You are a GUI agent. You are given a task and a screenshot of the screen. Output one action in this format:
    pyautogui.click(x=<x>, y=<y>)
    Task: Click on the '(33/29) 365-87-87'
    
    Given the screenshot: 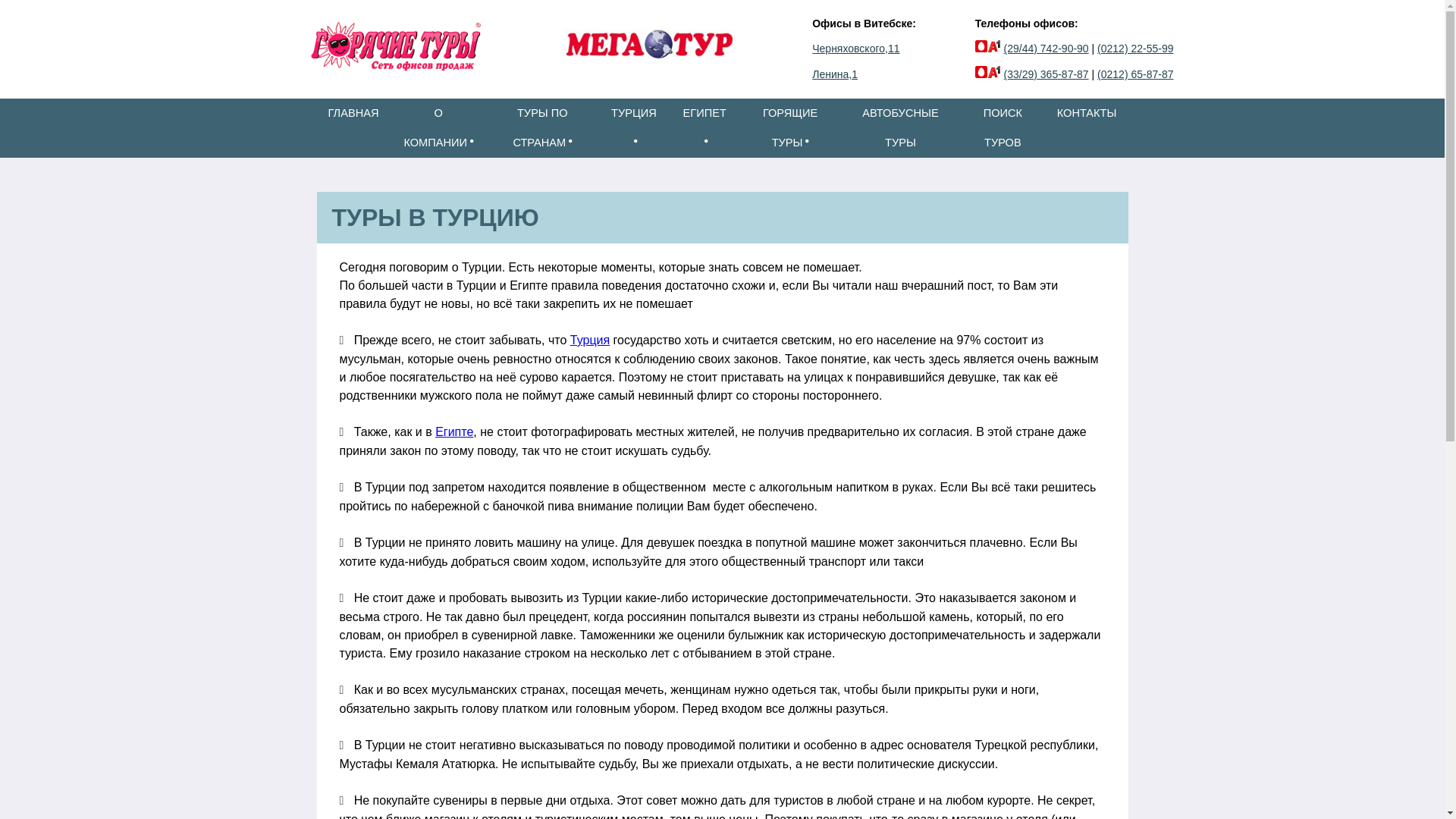 What is the action you would take?
    pyautogui.click(x=1046, y=74)
    